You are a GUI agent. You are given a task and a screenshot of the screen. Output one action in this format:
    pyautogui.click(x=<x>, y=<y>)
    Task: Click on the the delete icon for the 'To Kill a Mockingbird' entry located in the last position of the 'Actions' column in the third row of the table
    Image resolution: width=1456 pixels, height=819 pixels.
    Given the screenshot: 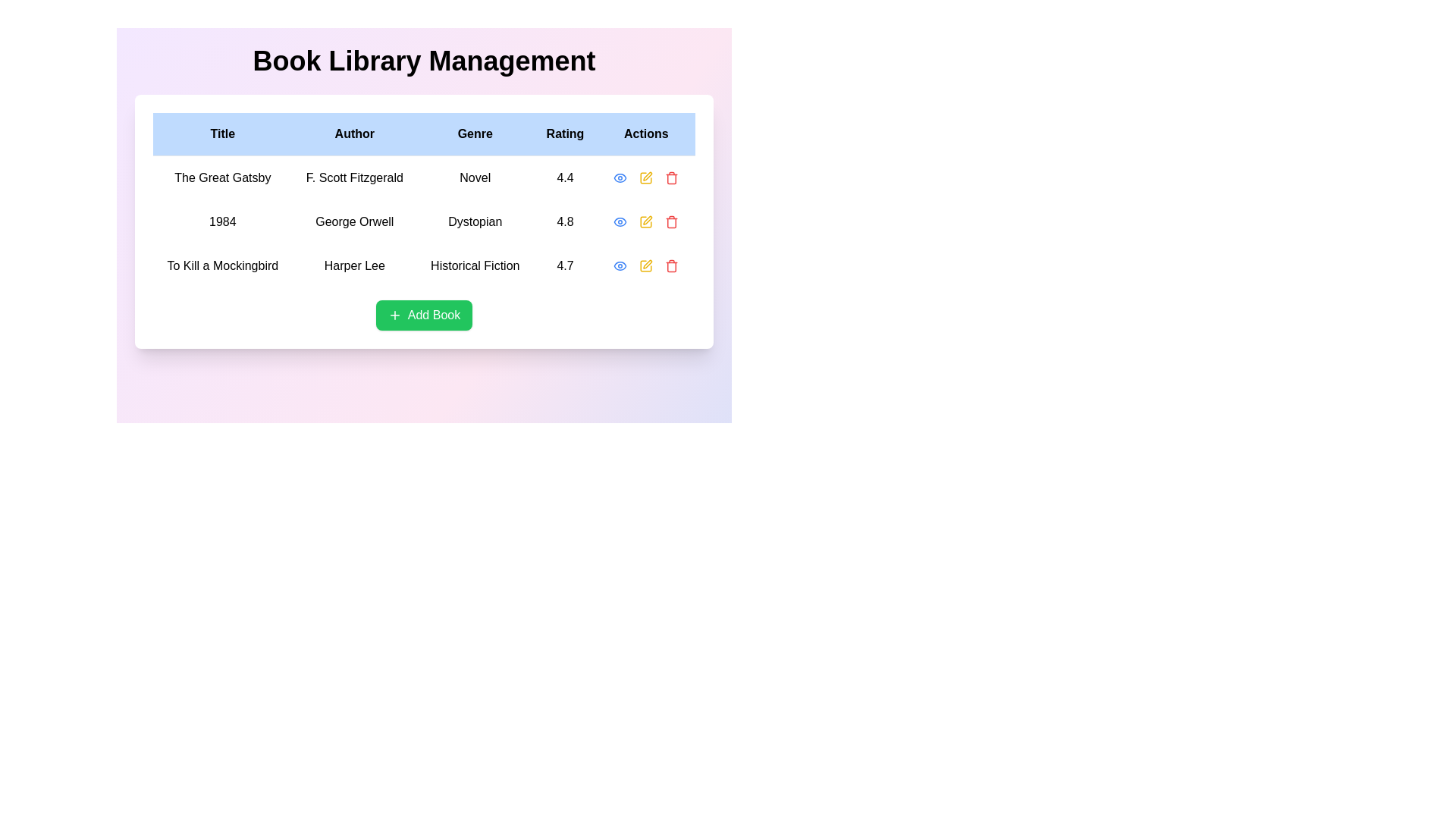 What is the action you would take?
    pyautogui.click(x=671, y=265)
    